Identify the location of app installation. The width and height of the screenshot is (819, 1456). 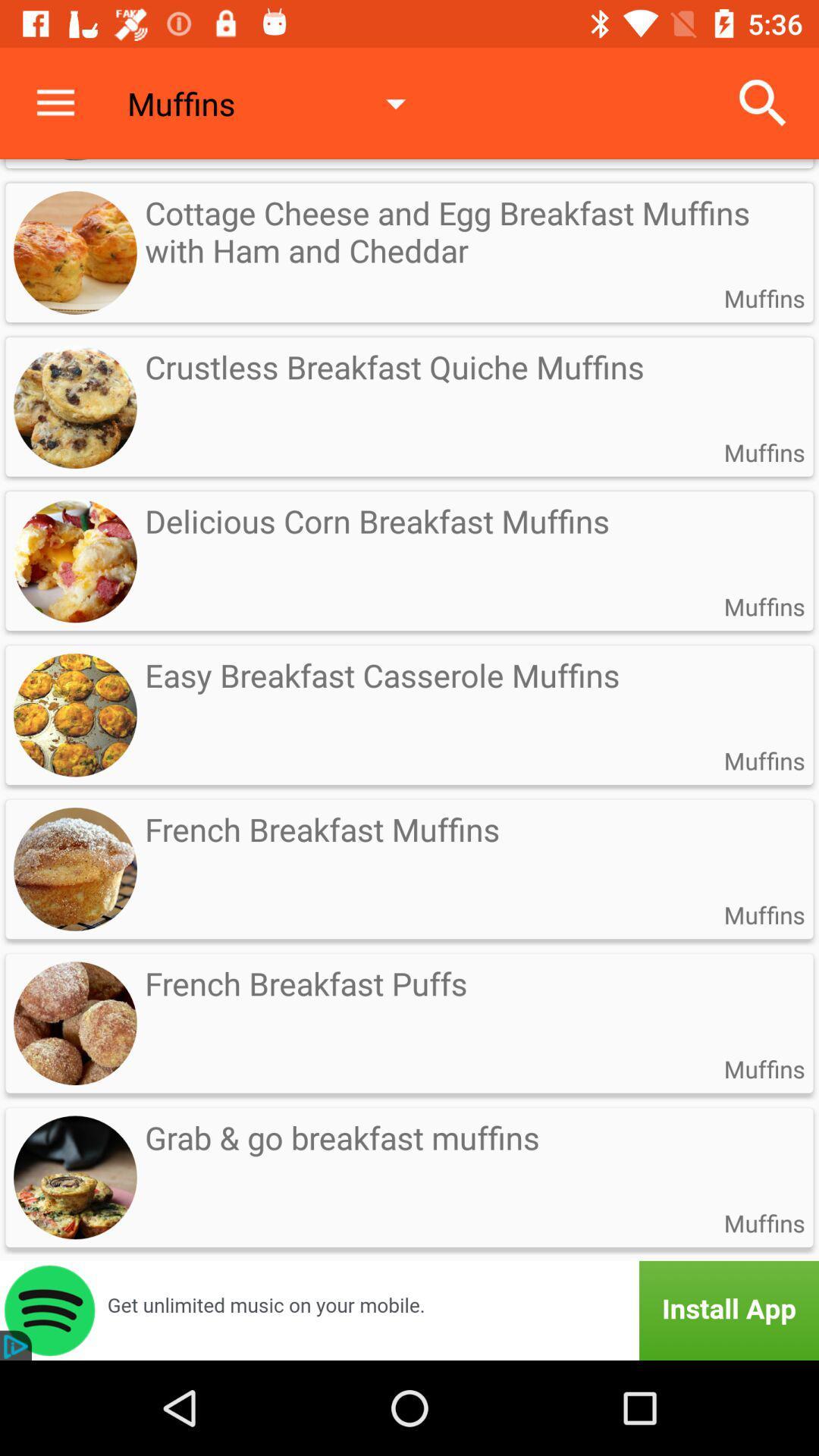
(409, 1310).